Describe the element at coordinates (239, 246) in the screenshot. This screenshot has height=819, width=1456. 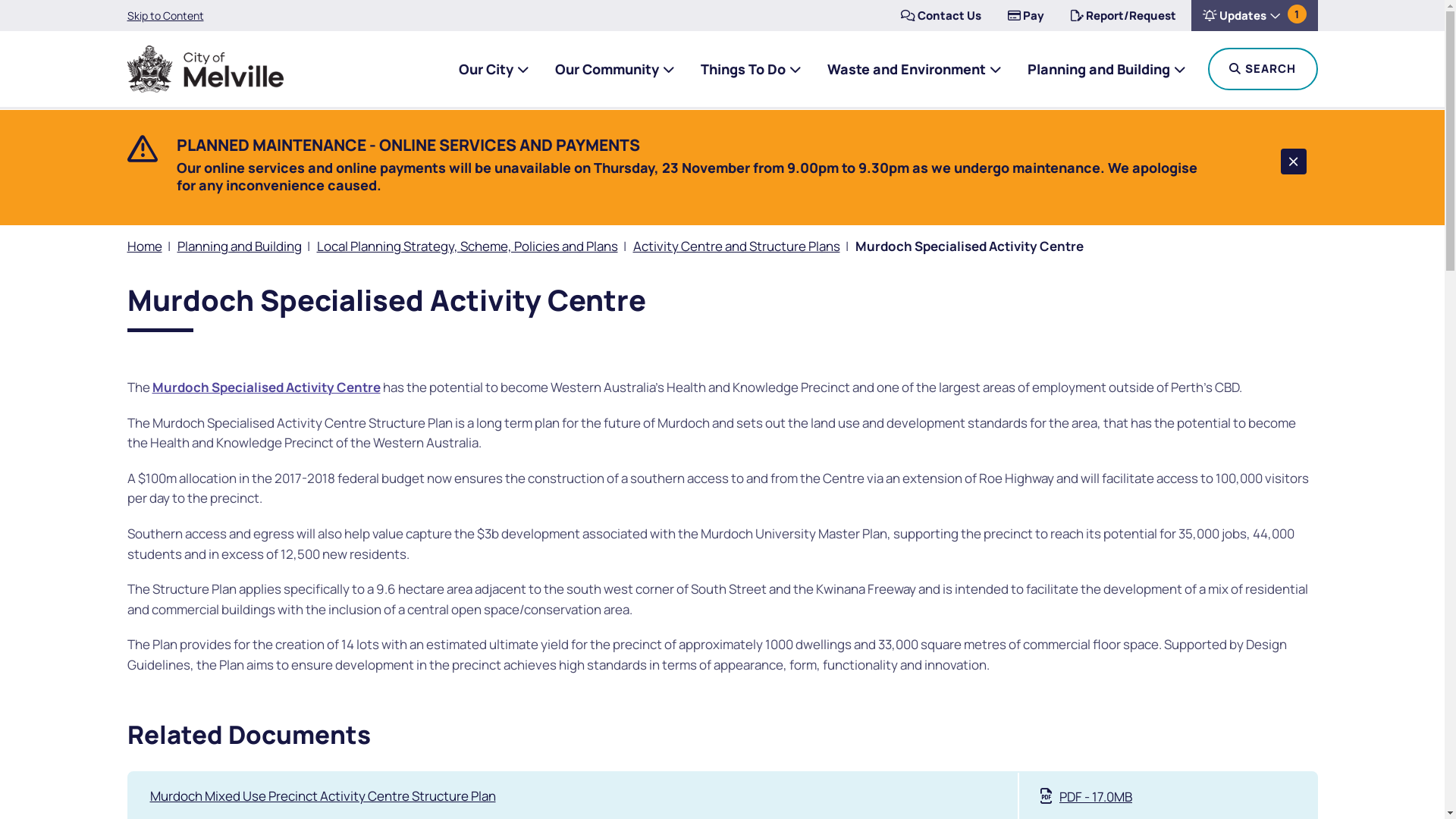
I see `'Planning and Building'` at that location.